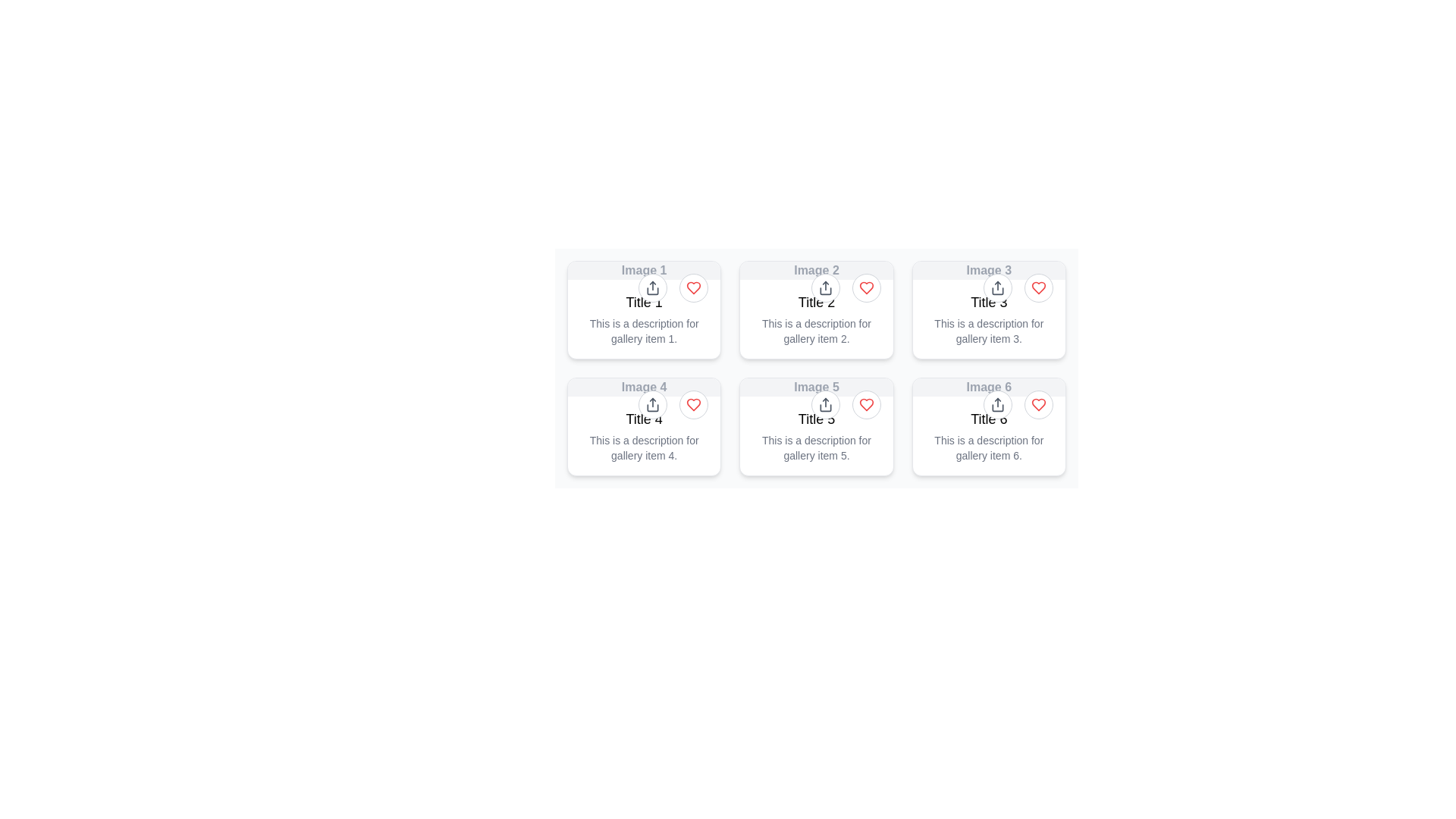  Describe the element at coordinates (815, 386) in the screenshot. I see `the label at the top-center of the card titled 'Title 5' in the gallery` at that location.